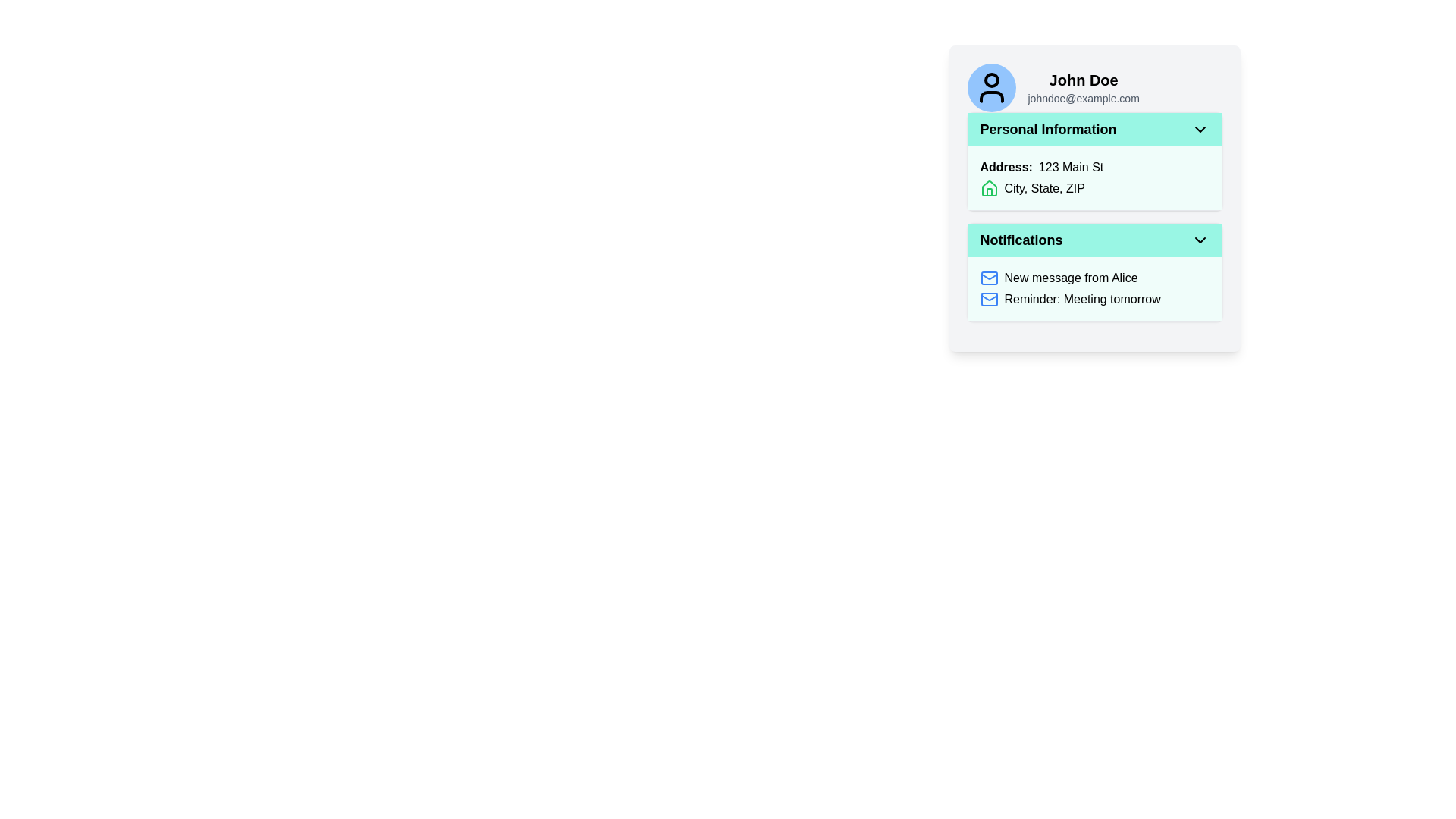 Image resolution: width=1456 pixels, height=819 pixels. Describe the element at coordinates (989, 299) in the screenshot. I see `the email or message icon in the 'Notifications' section that represents the reminder about the meeting, which is aligned horizontally with the text 'Reminder: Meeting tomorrow.'` at that location.